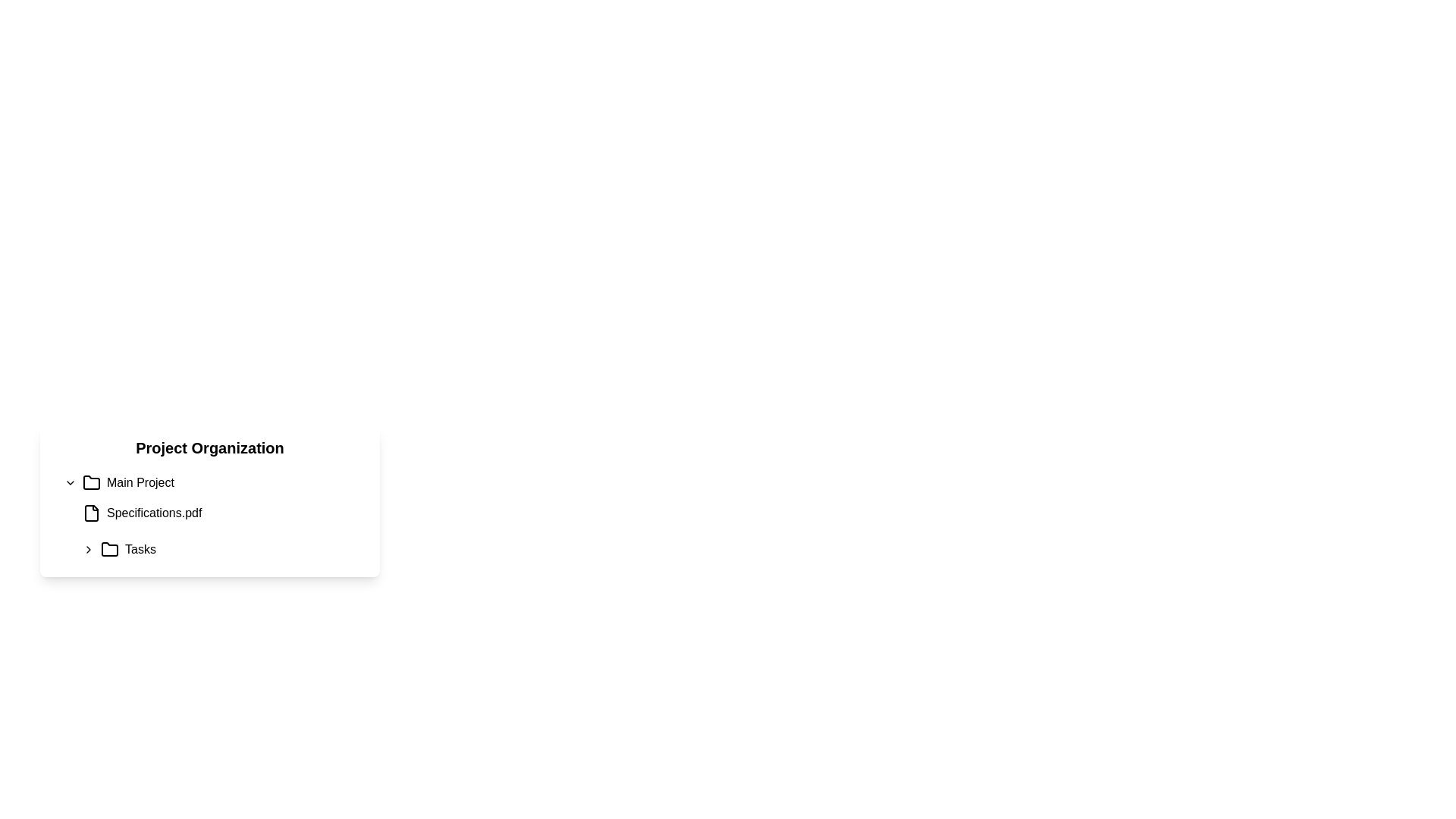  Describe the element at coordinates (221, 550) in the screenshot. I see `the list item representing the folder labeled 'Tasks' in the project navigation menu for additional information` at that location.